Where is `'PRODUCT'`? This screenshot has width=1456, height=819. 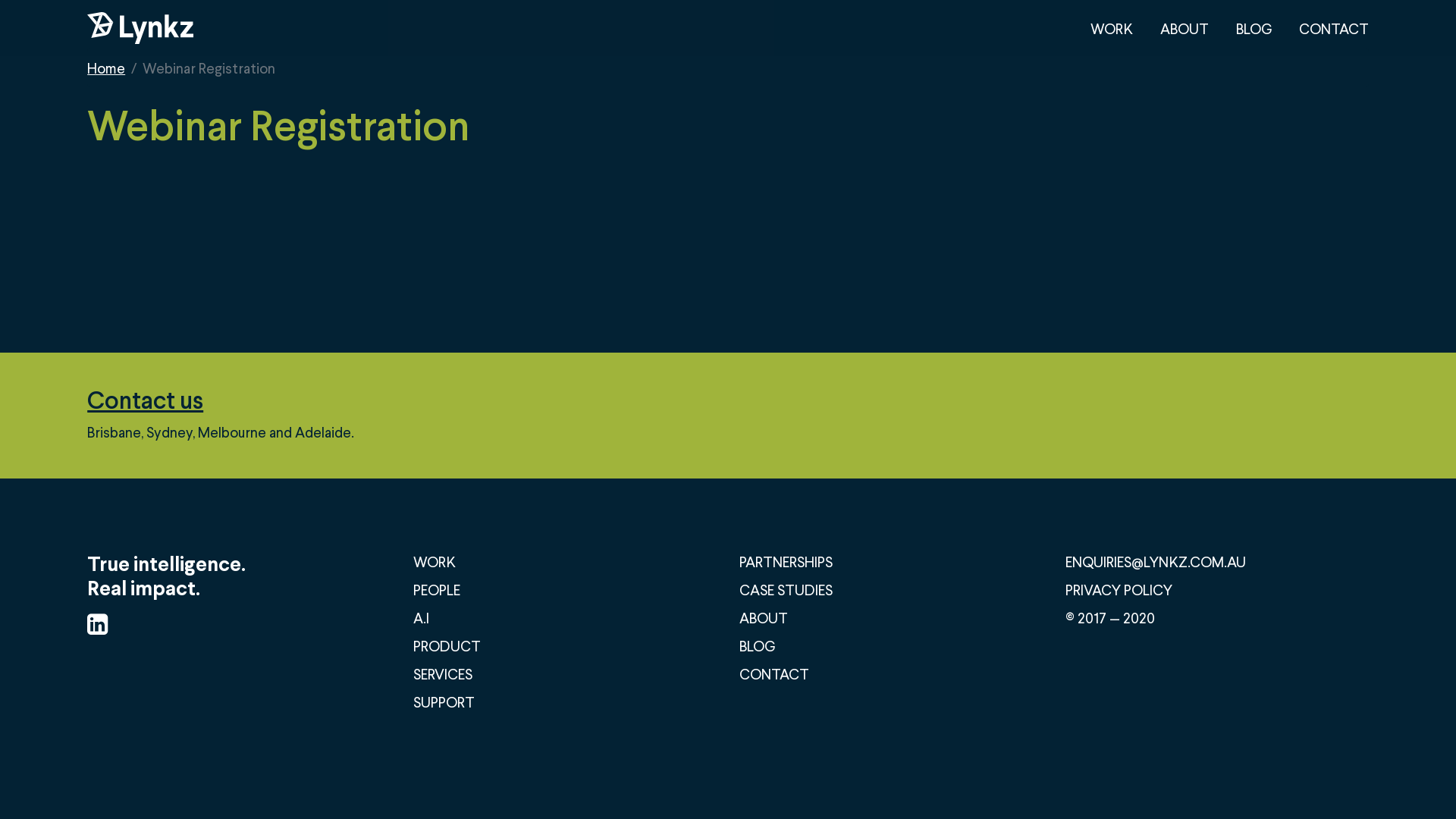 'PRODUCT' is located at coordinates (446, 645).